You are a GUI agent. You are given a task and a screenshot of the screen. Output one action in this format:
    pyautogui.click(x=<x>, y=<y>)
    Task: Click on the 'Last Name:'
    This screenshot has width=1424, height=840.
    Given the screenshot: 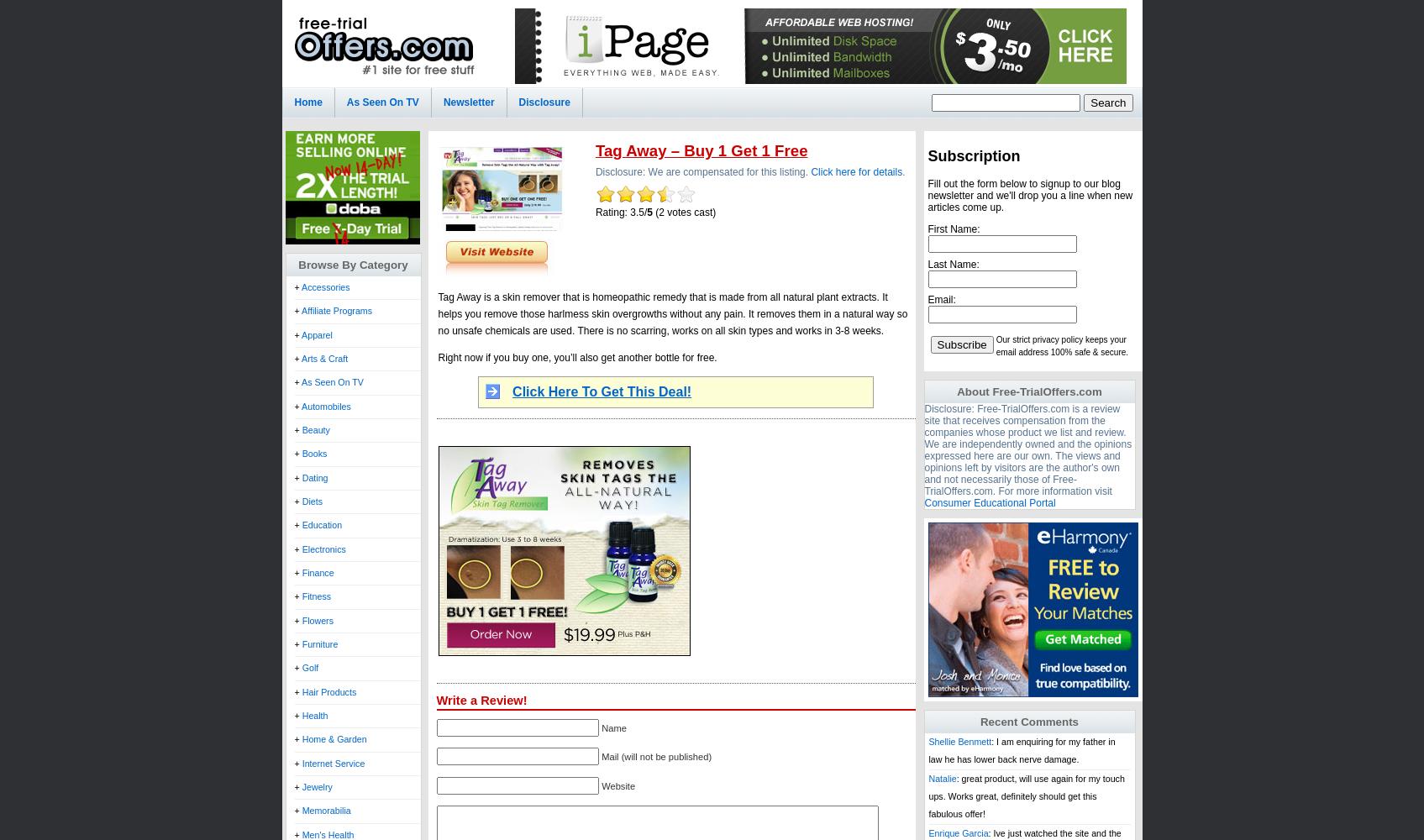 What is the action you would take?
    pyautogui.click(x=952, y=263)
    